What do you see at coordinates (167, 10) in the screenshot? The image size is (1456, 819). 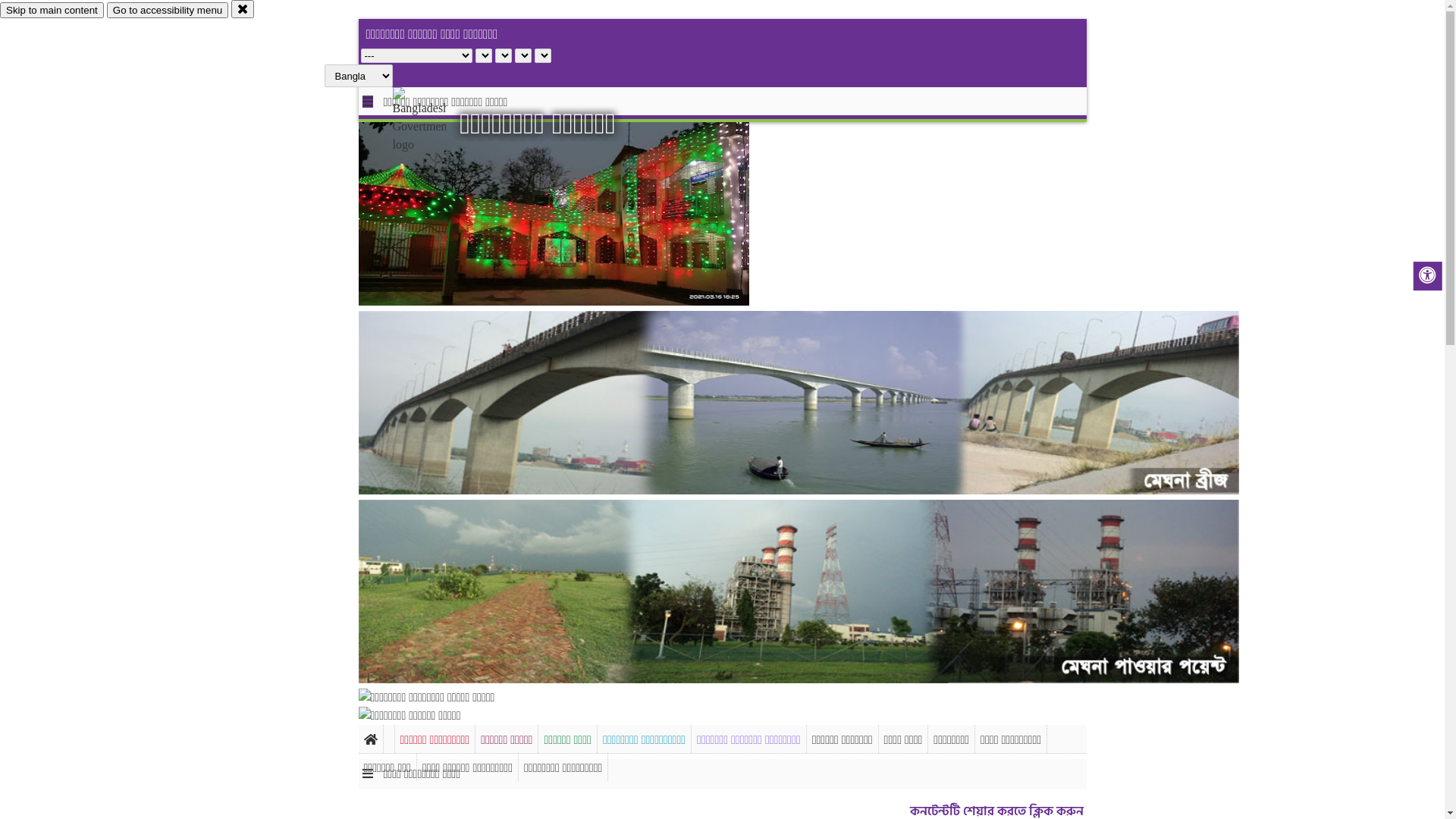 I see `'Go to accessibility menu'` at bounding box center [167, 10].